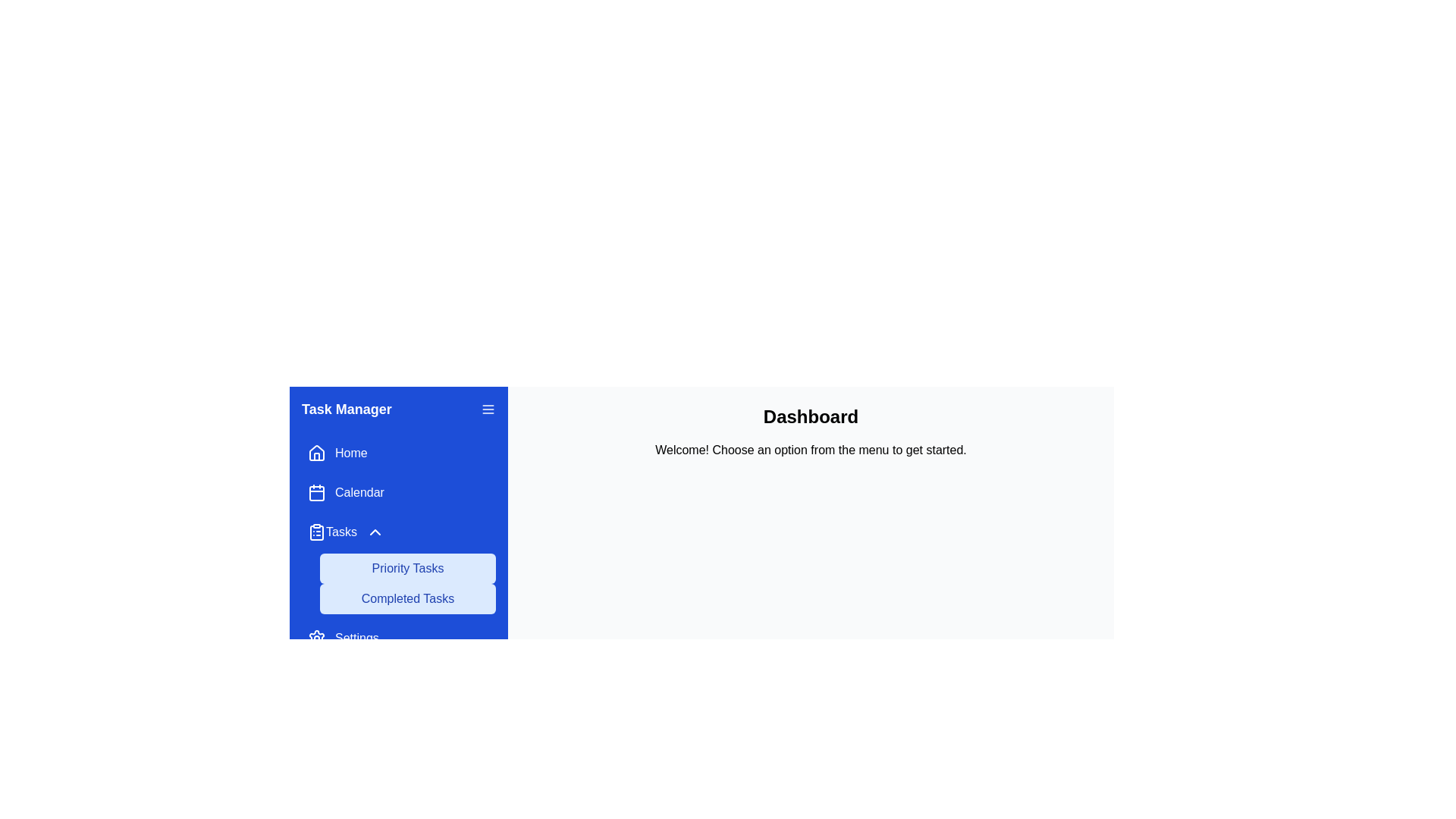  I want to click on the lower portion of the house icon in the left sidebar, which represents the 'Home' menu item under the 'Task Manager' header, so click(315, 456).